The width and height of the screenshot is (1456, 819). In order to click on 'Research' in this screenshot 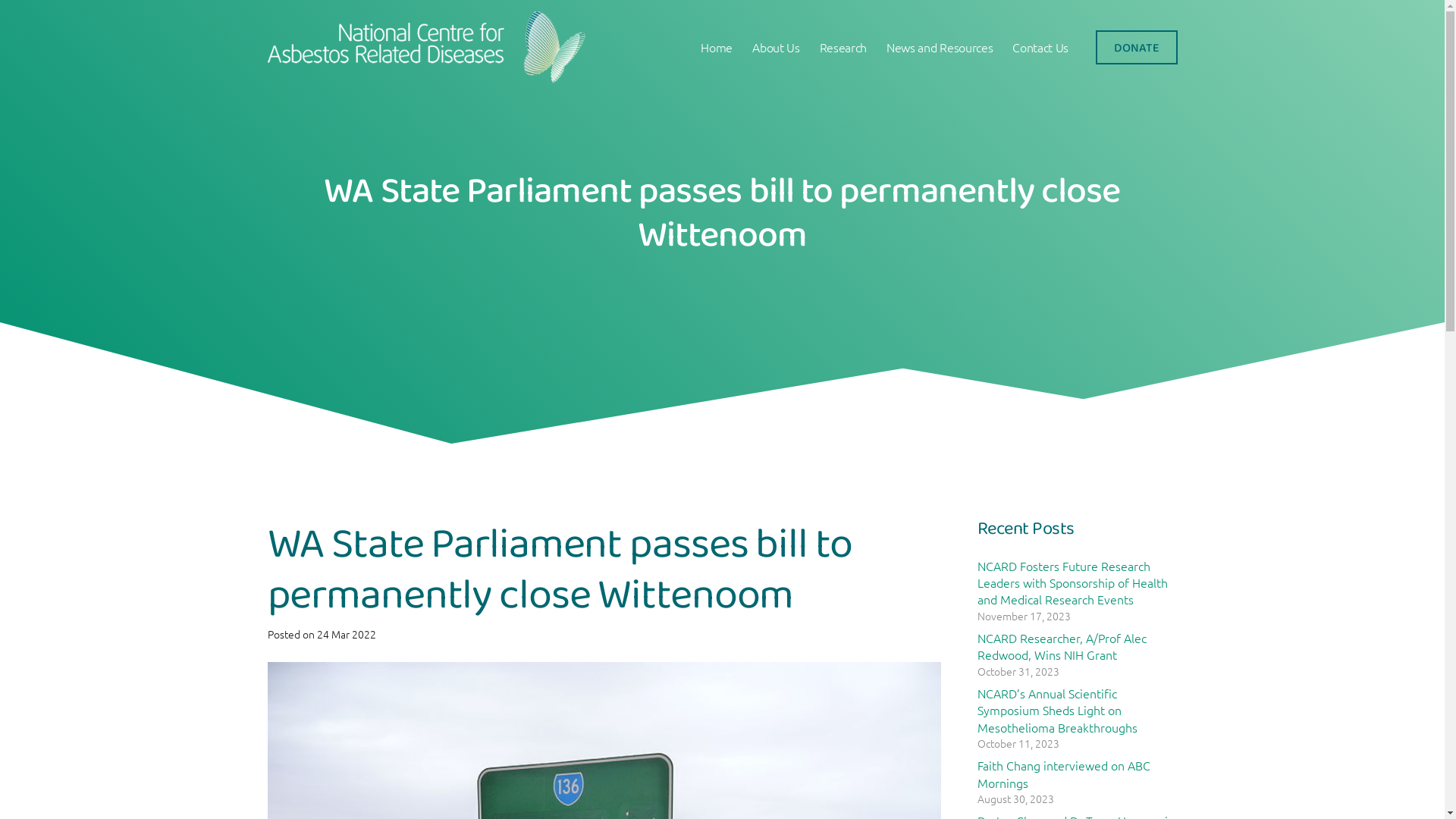, I will do `click(843, 46)`.